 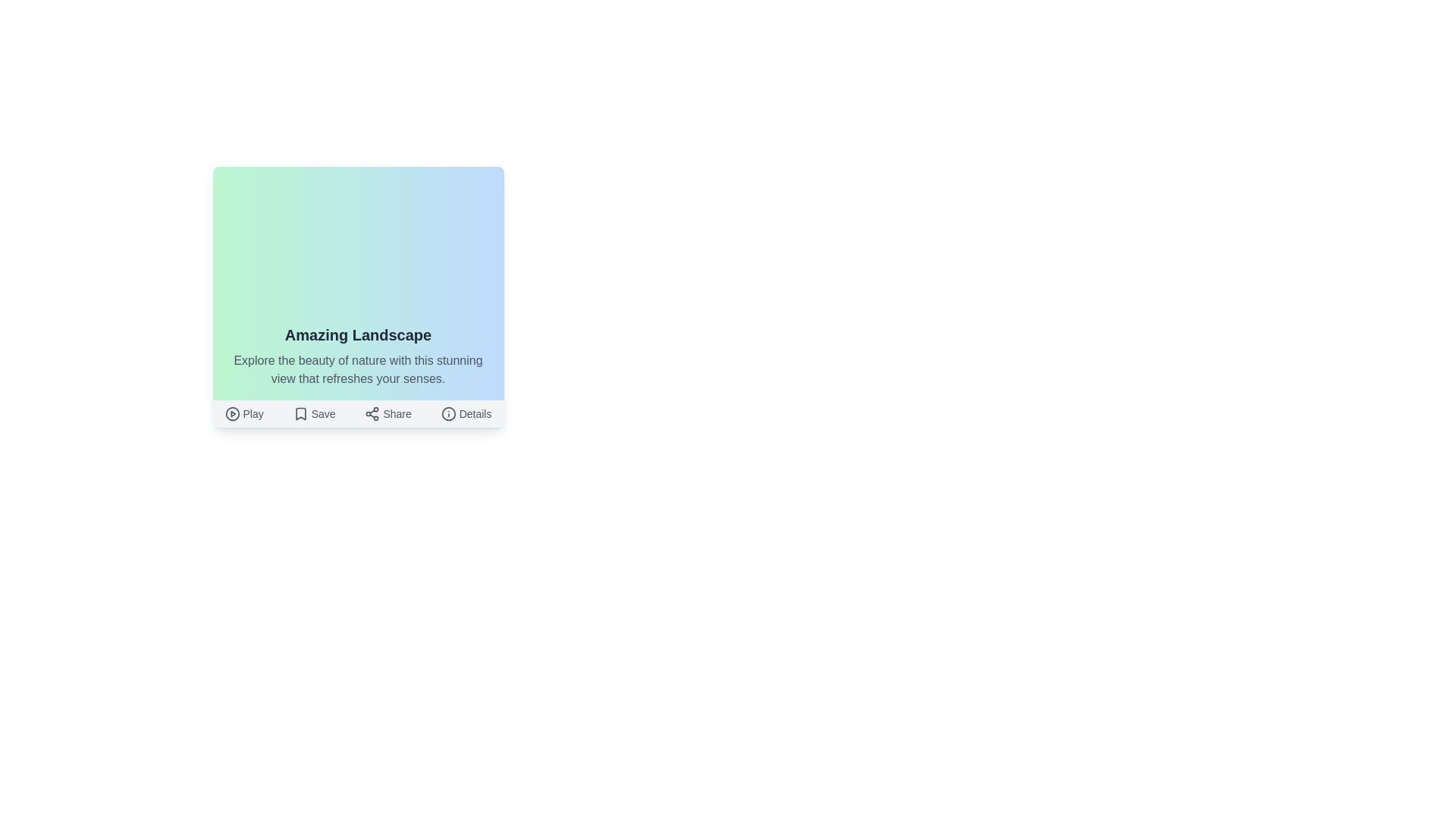 I want to click on the 'Save' button, which features a bookmark icon and gray text, to trigger the styling change to blue, so click(x=313, y=414).